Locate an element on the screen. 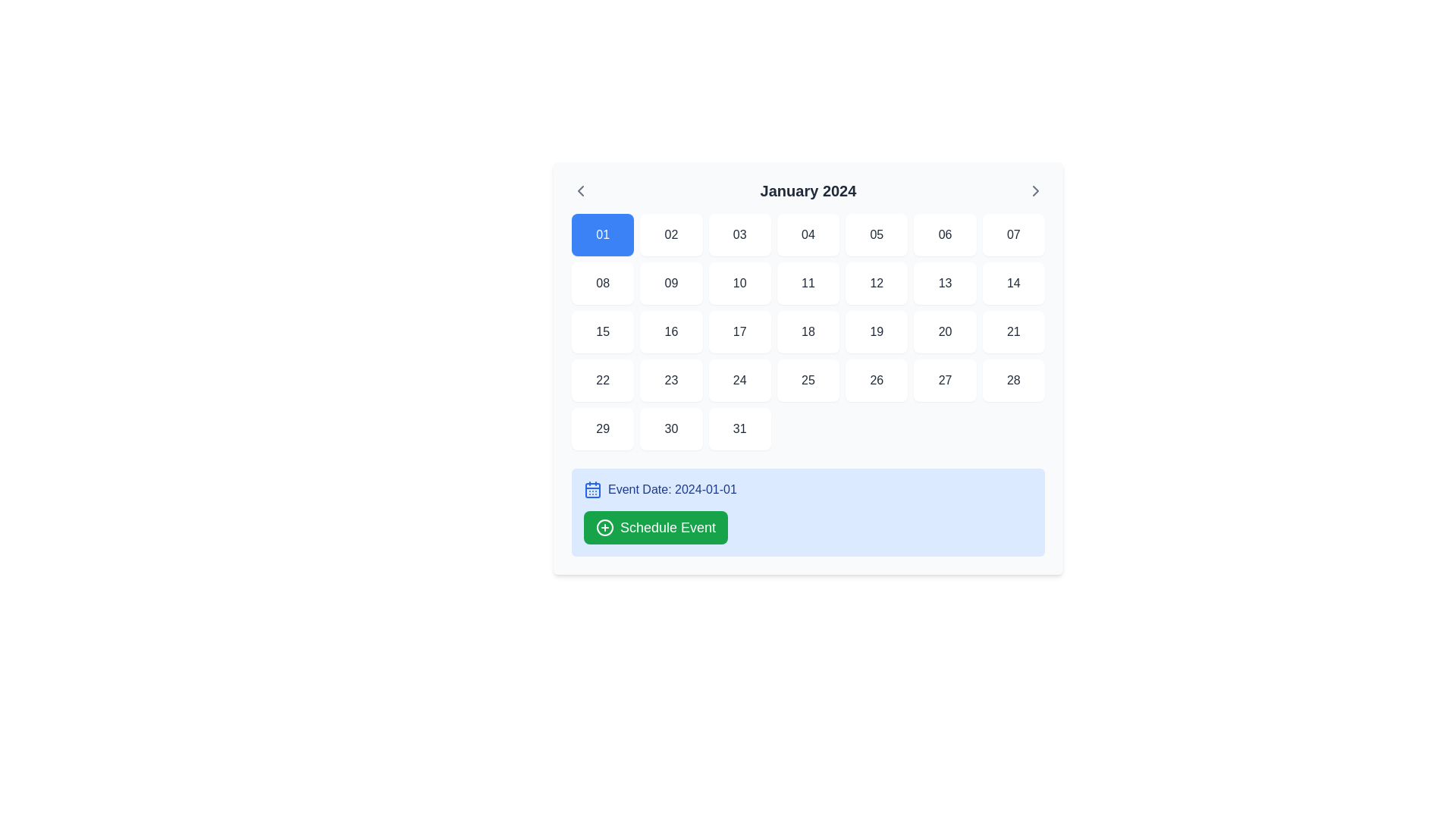 The width and height of the screenshot is (1456, 819). the button representing the date '08' in the calendar interface is located at coordinates (602, 284).